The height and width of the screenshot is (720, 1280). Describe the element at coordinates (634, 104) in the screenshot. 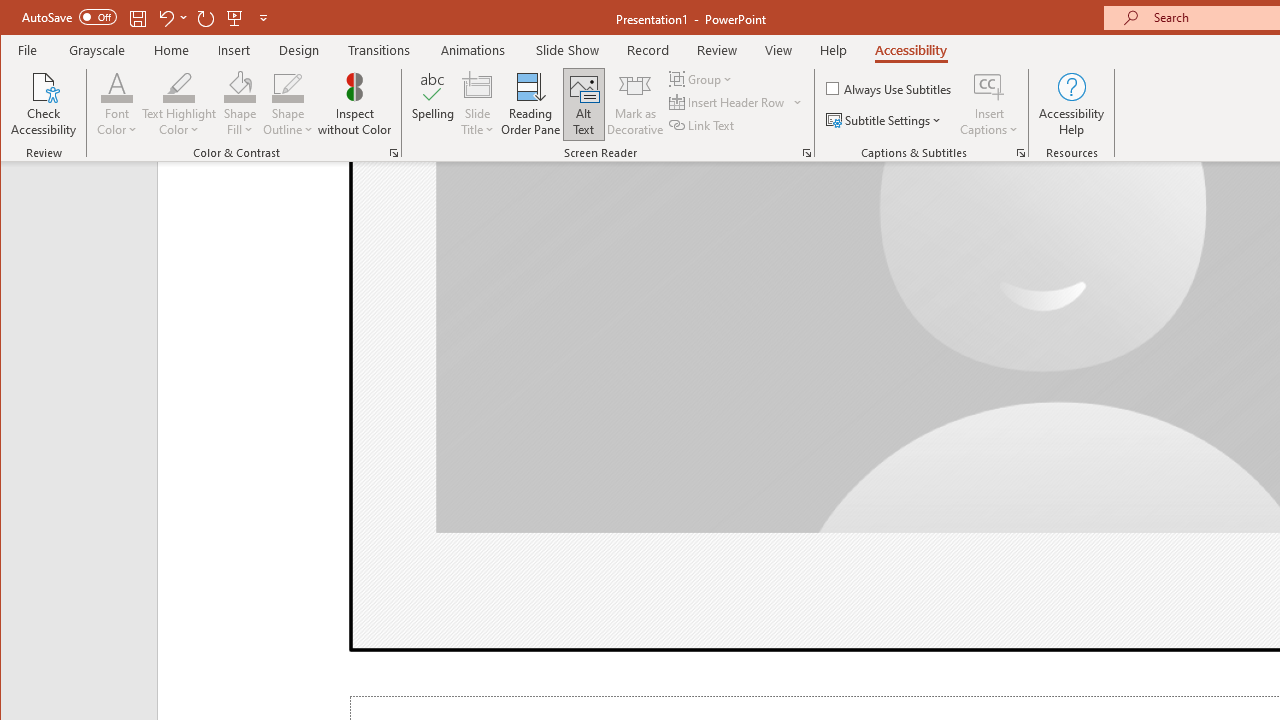

I see `'Mark as Decorative'` at that location.